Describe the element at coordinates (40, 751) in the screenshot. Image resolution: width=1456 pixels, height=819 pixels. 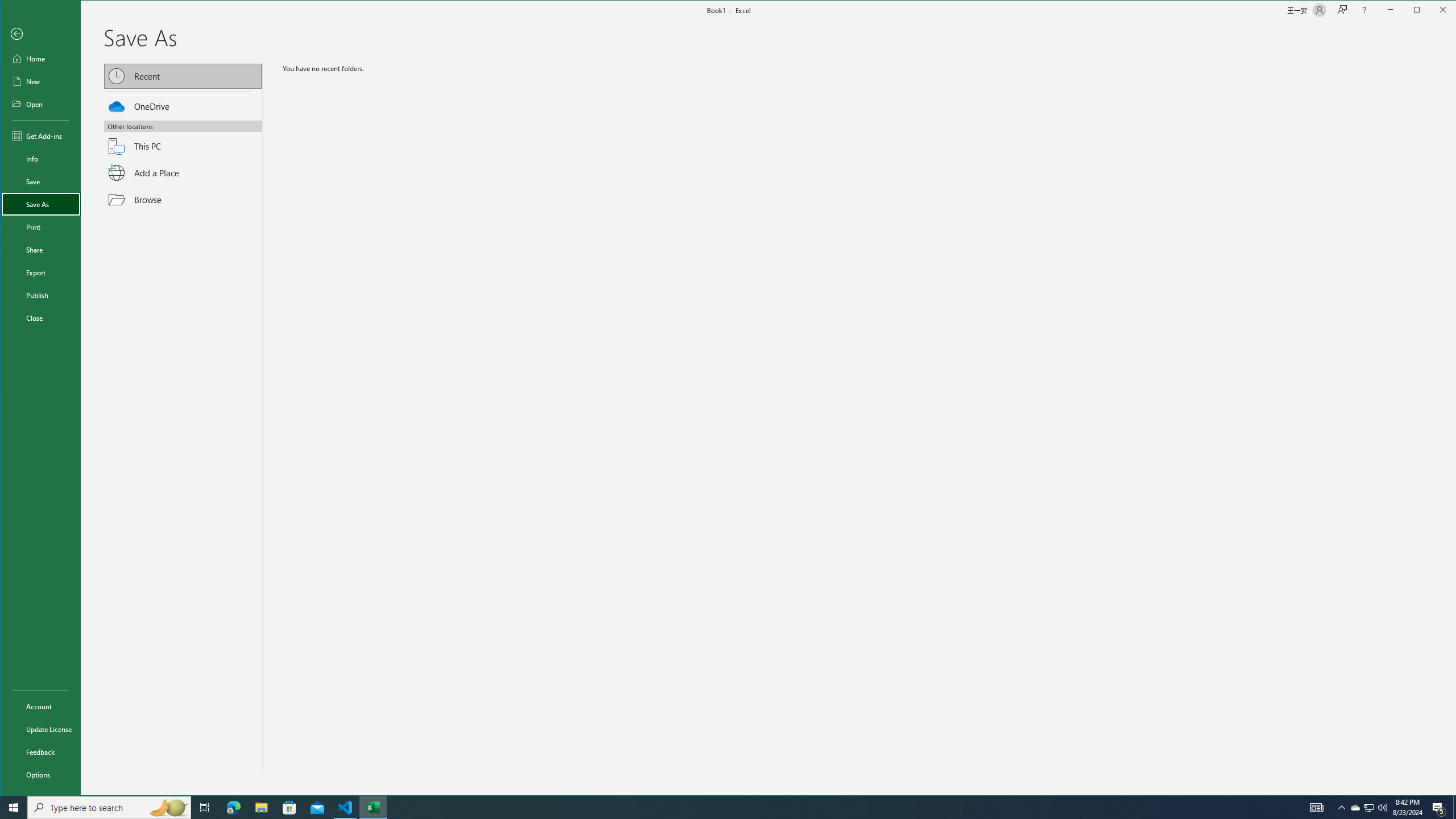
I see `'Feedback'` at that location.